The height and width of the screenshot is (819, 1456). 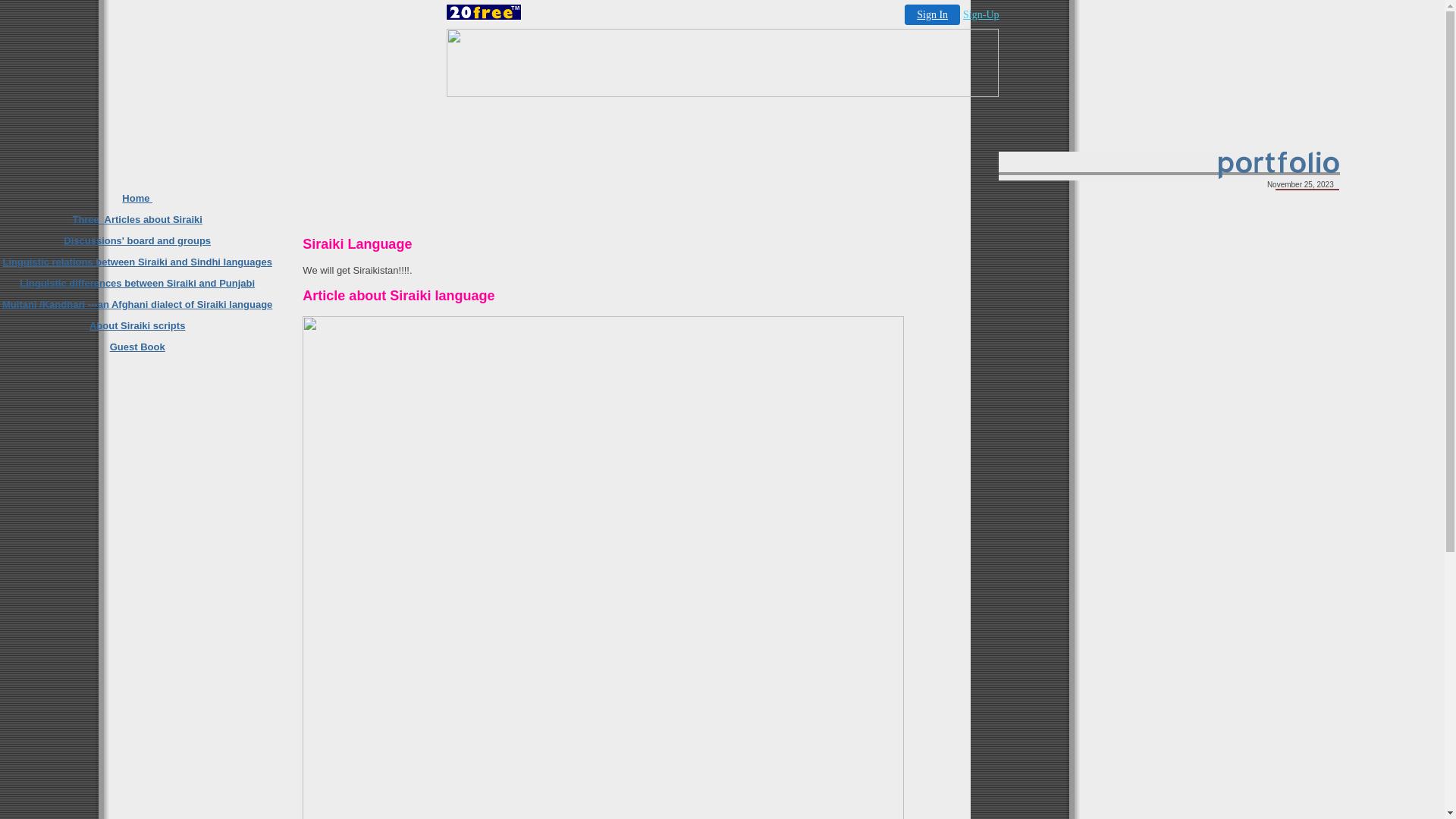 What do you see at coordinates (136, 261) in the screenshot?
I see `'Linguistic relations between Siraiki and Sindhi languages'` at bounding box center [136, 261].